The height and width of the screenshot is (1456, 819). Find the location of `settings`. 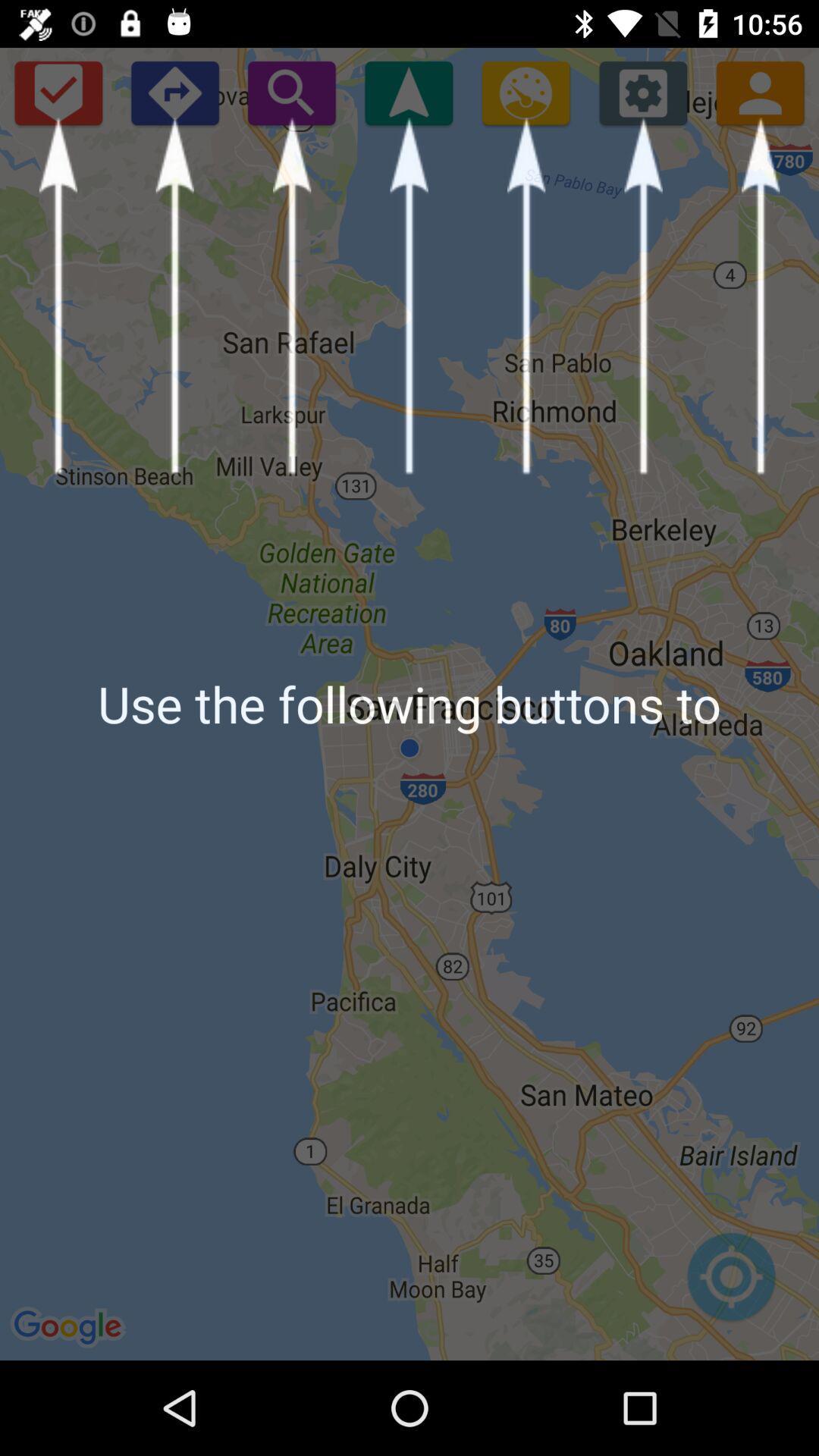

settings is located at coordinates (643, 92).